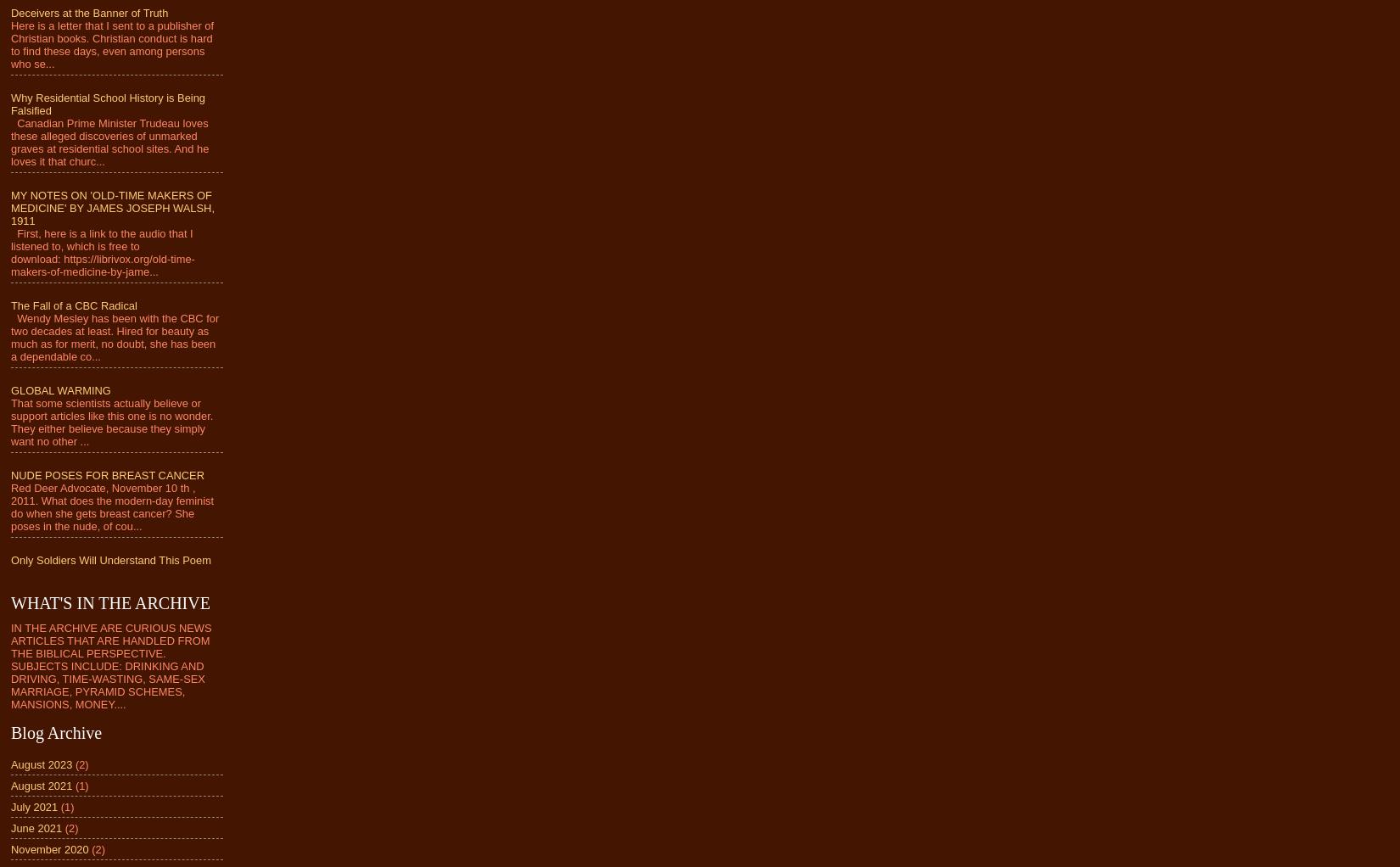 This screenshot has width=1400, height=867. I want to click on 'That some scientists actually believe or support articles like this one is no wonder. They either believe because they simply want no other ...', so click(11, 422).